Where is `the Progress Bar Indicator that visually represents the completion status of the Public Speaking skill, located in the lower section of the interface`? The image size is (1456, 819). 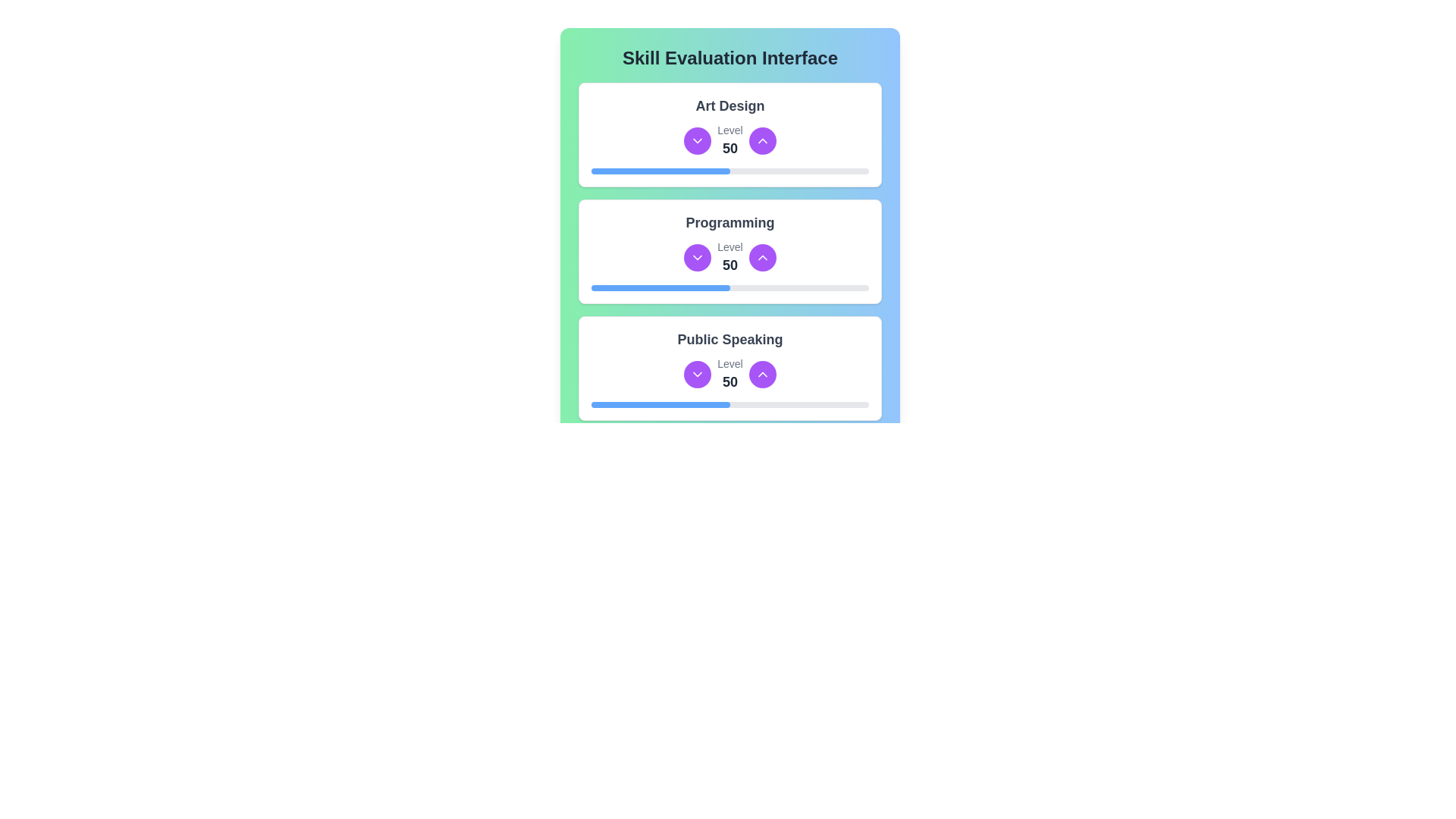
the Progress Bar Indicator that visually represents the completion status of the Public Speaking skill, located in the lower section of the interface is located at coordinates (661, 520).